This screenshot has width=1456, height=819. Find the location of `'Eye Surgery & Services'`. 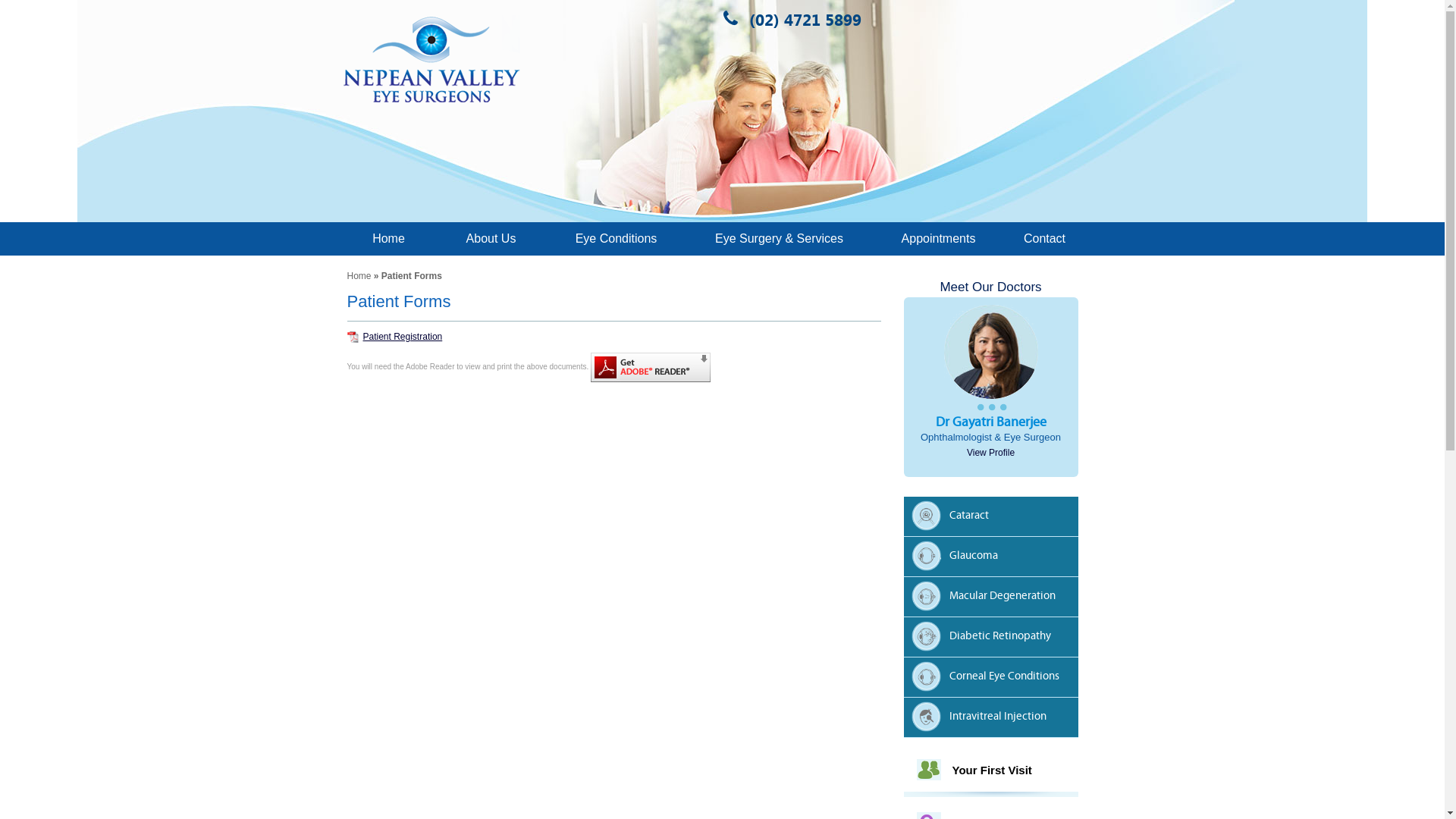

'Eye Surgery & Services' is located at coordinates (683, 238).